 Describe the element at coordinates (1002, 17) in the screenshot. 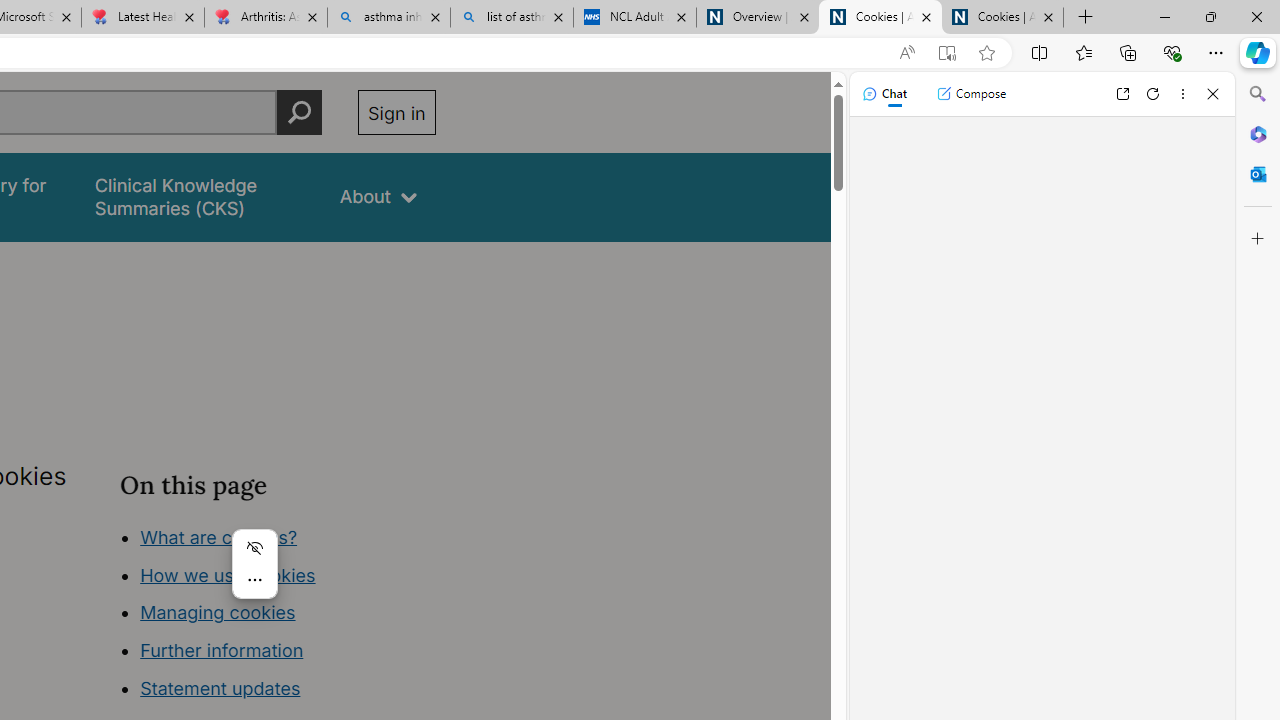

I see `'Cookies | About | NICE'` at that location.